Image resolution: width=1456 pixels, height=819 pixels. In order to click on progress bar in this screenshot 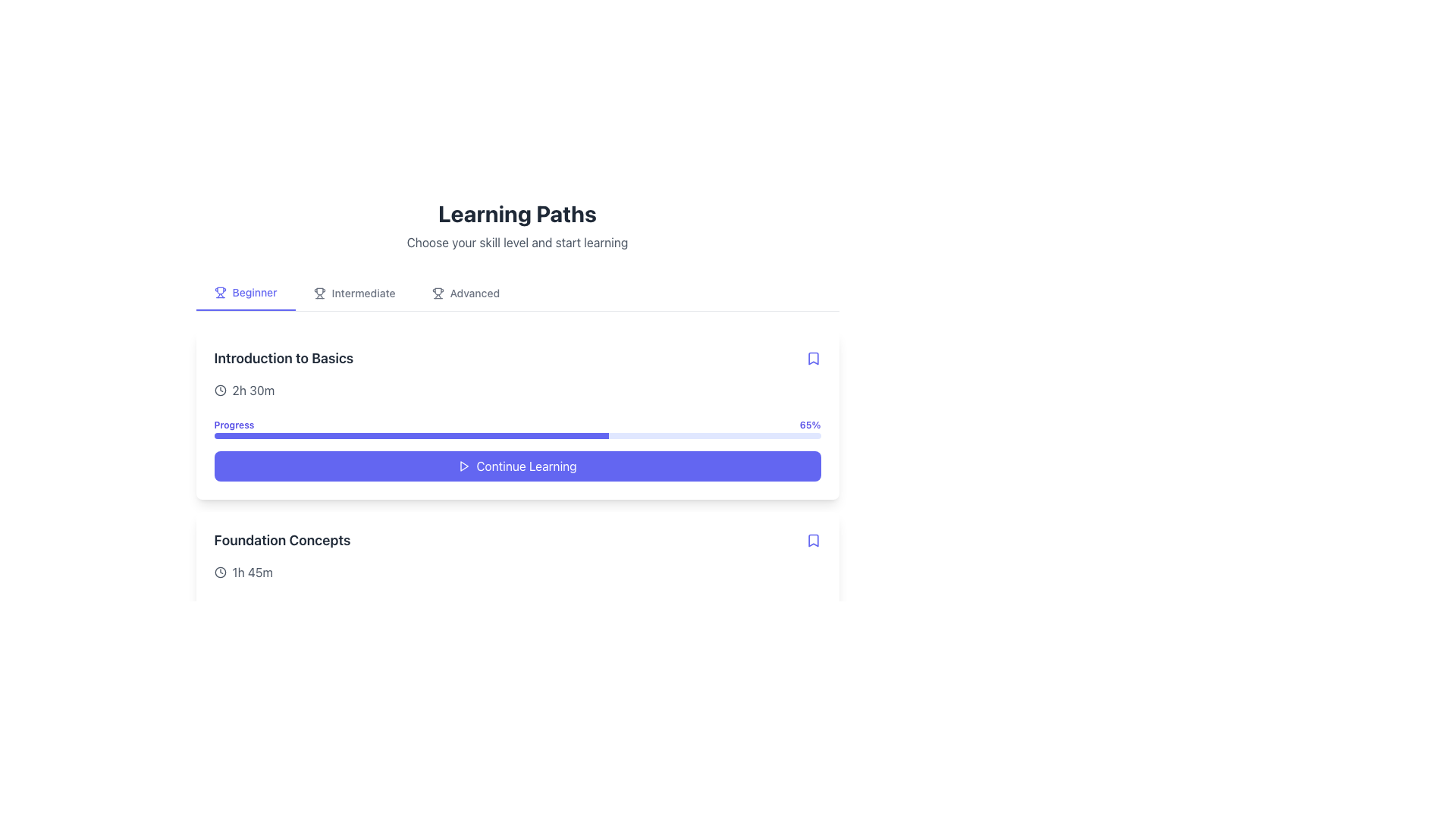, I will do `click(535, 435)`.